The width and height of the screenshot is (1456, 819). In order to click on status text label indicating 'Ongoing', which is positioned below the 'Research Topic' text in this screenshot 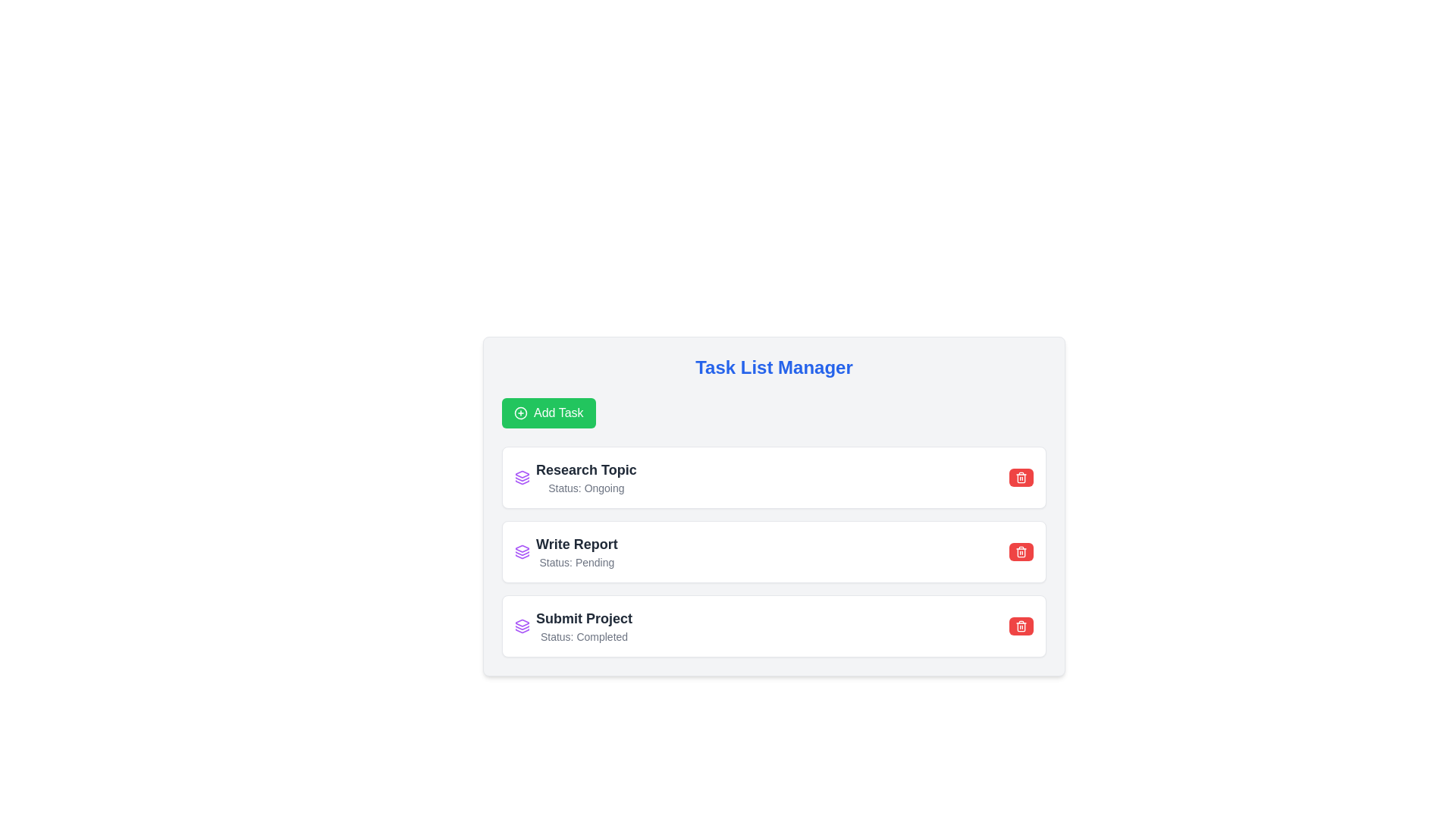, I will do `click(585, 488)`.